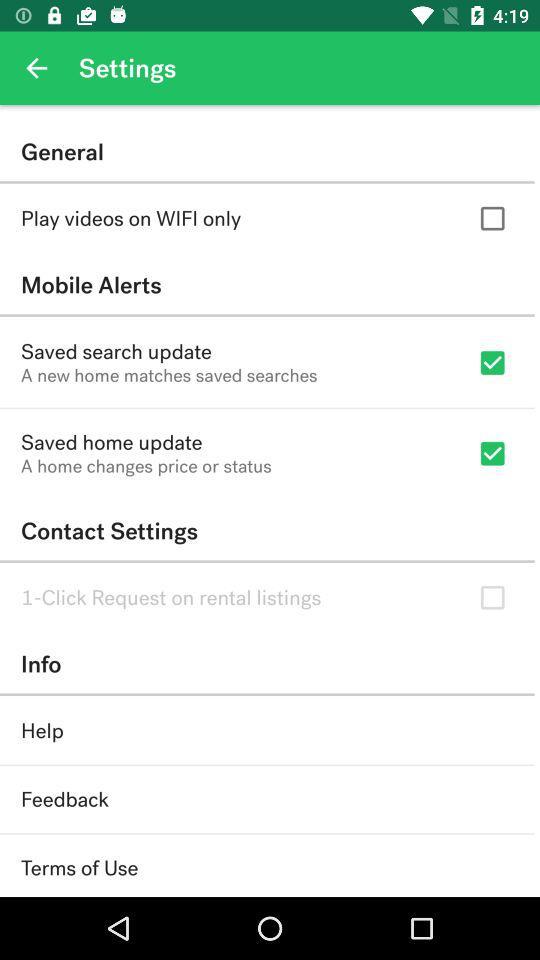  Describe the element at coordinates (267, 530) in the screenshot. I see `contact settings item` at that location.